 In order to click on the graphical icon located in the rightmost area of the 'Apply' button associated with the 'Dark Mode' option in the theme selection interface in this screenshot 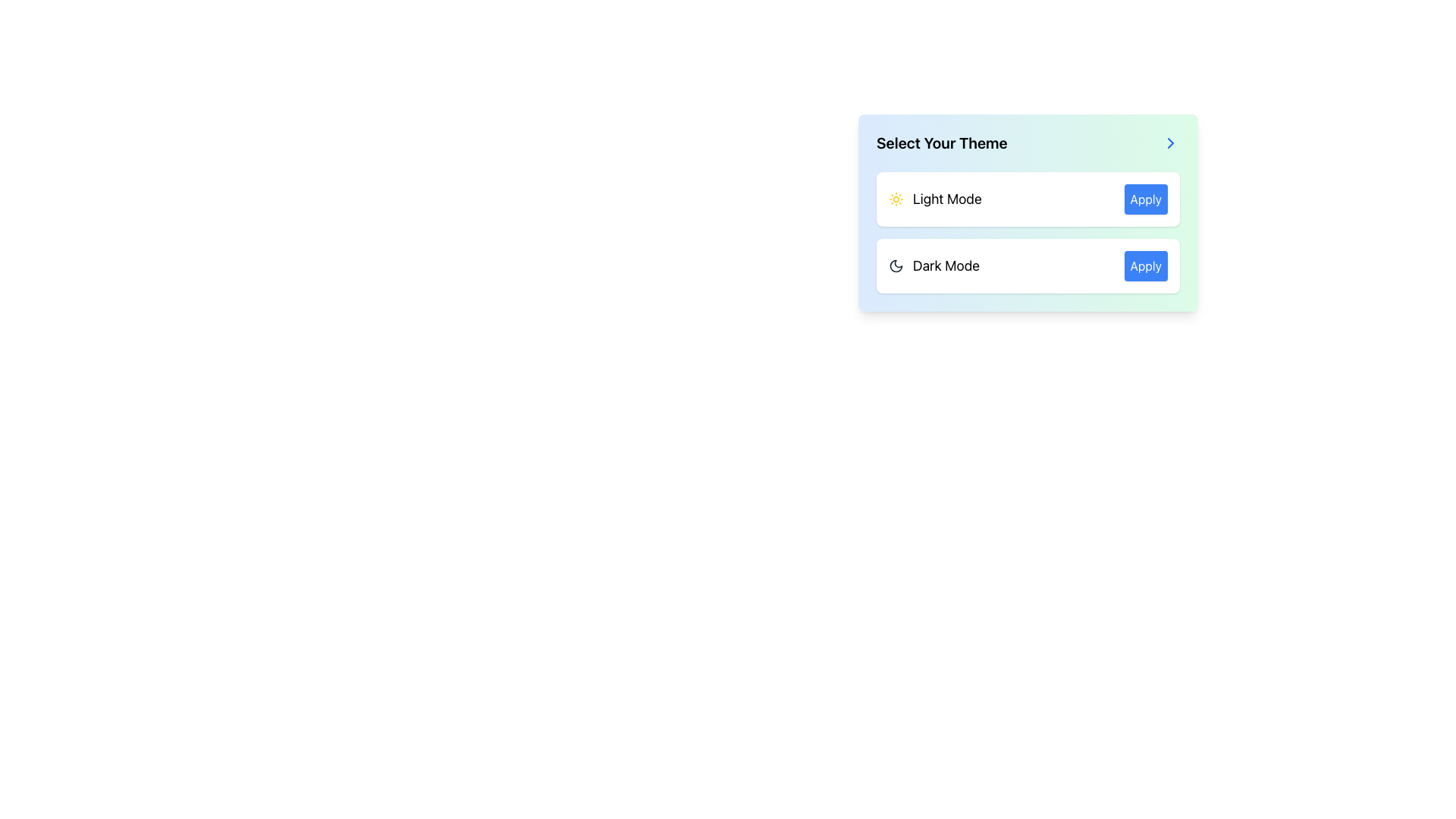, I will do `click(1170, 143)`.